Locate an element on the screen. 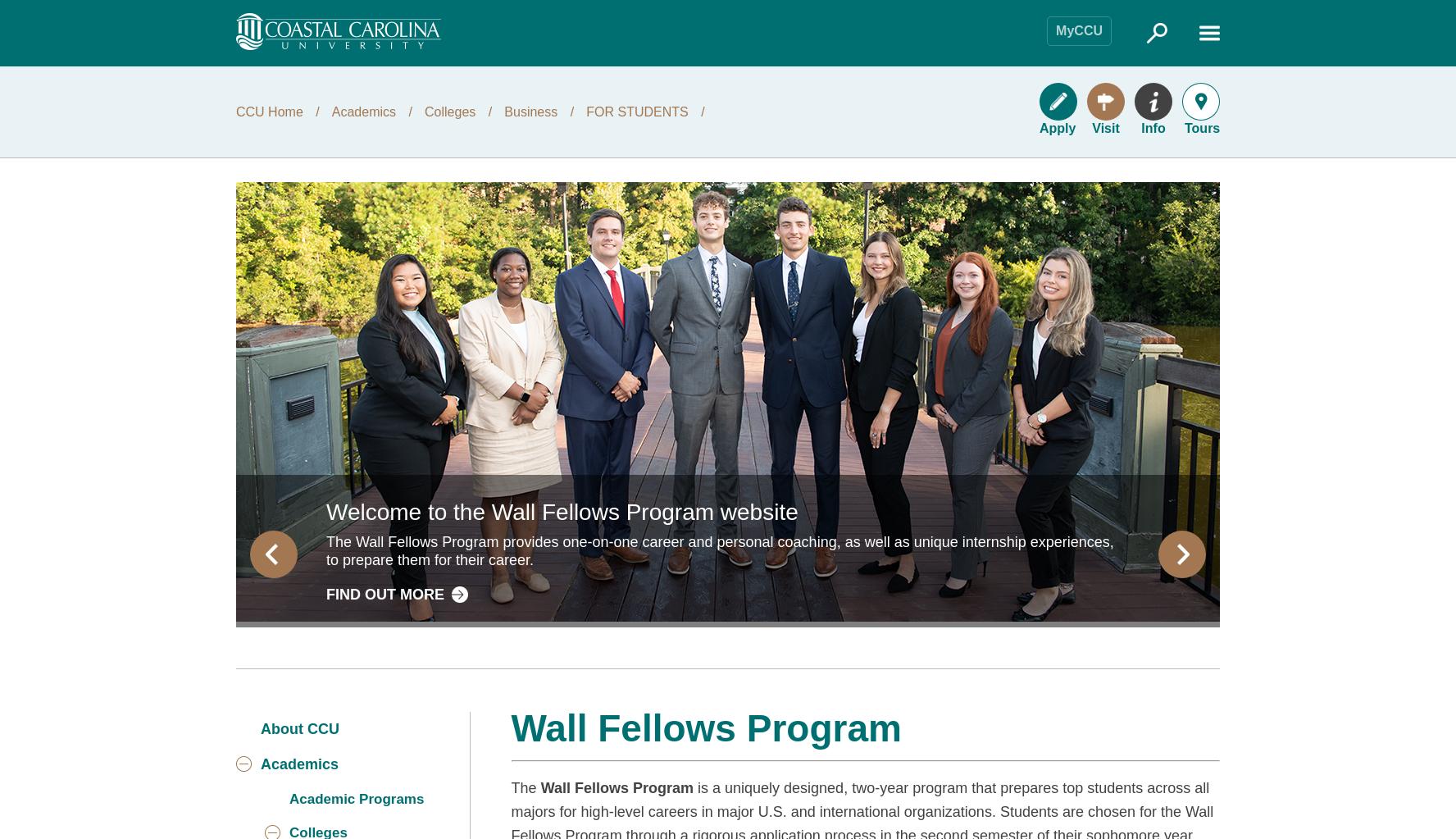 Image resolution: width=1456 pixels, height=839 pixels. 'Welcome to the Wall Fellows Program website' is located at coordinates (562, 510).